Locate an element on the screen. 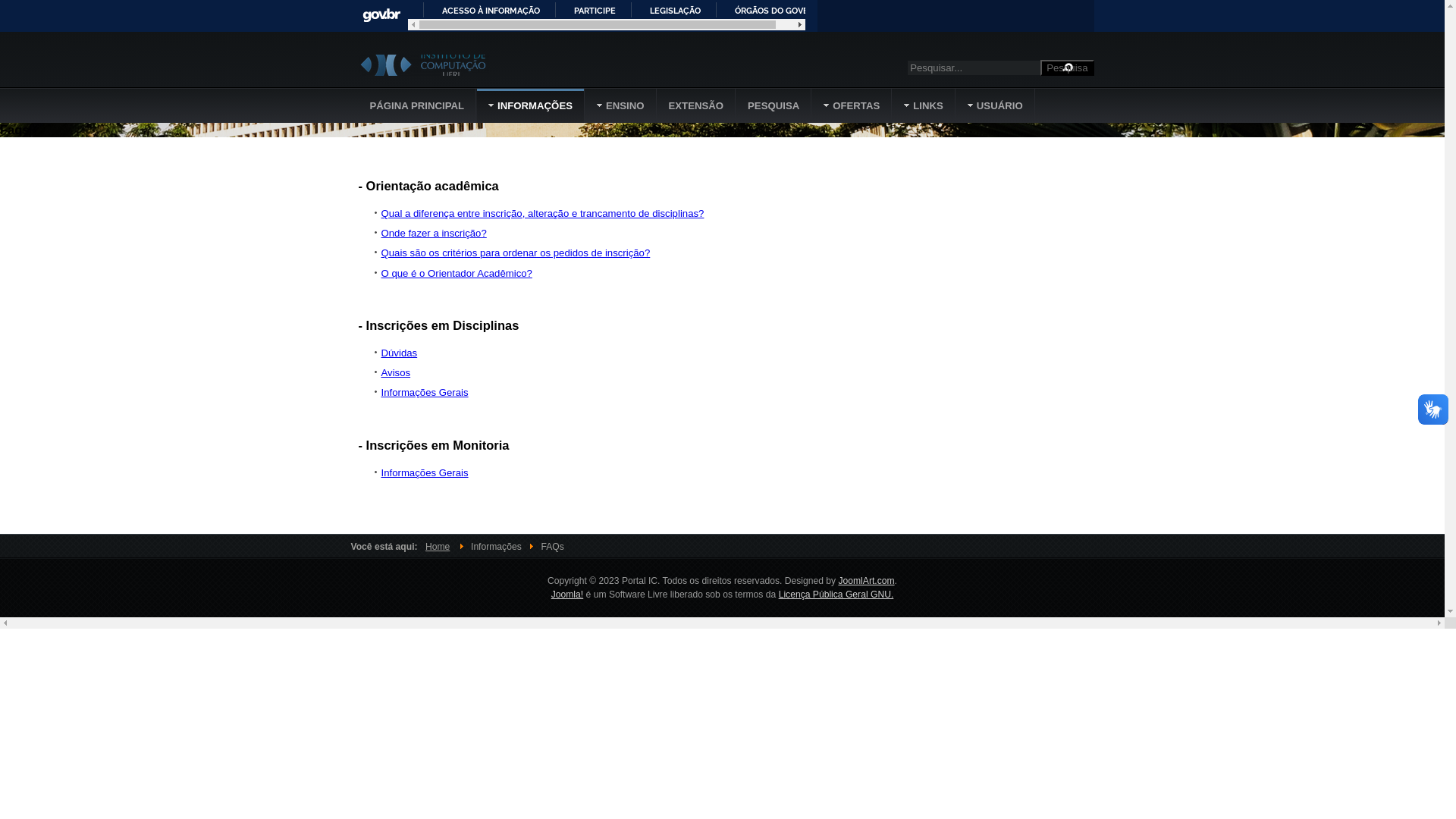 This screenshot has width=1456, height=819. 'OFERTAS' is located at coordinates (811, 105).